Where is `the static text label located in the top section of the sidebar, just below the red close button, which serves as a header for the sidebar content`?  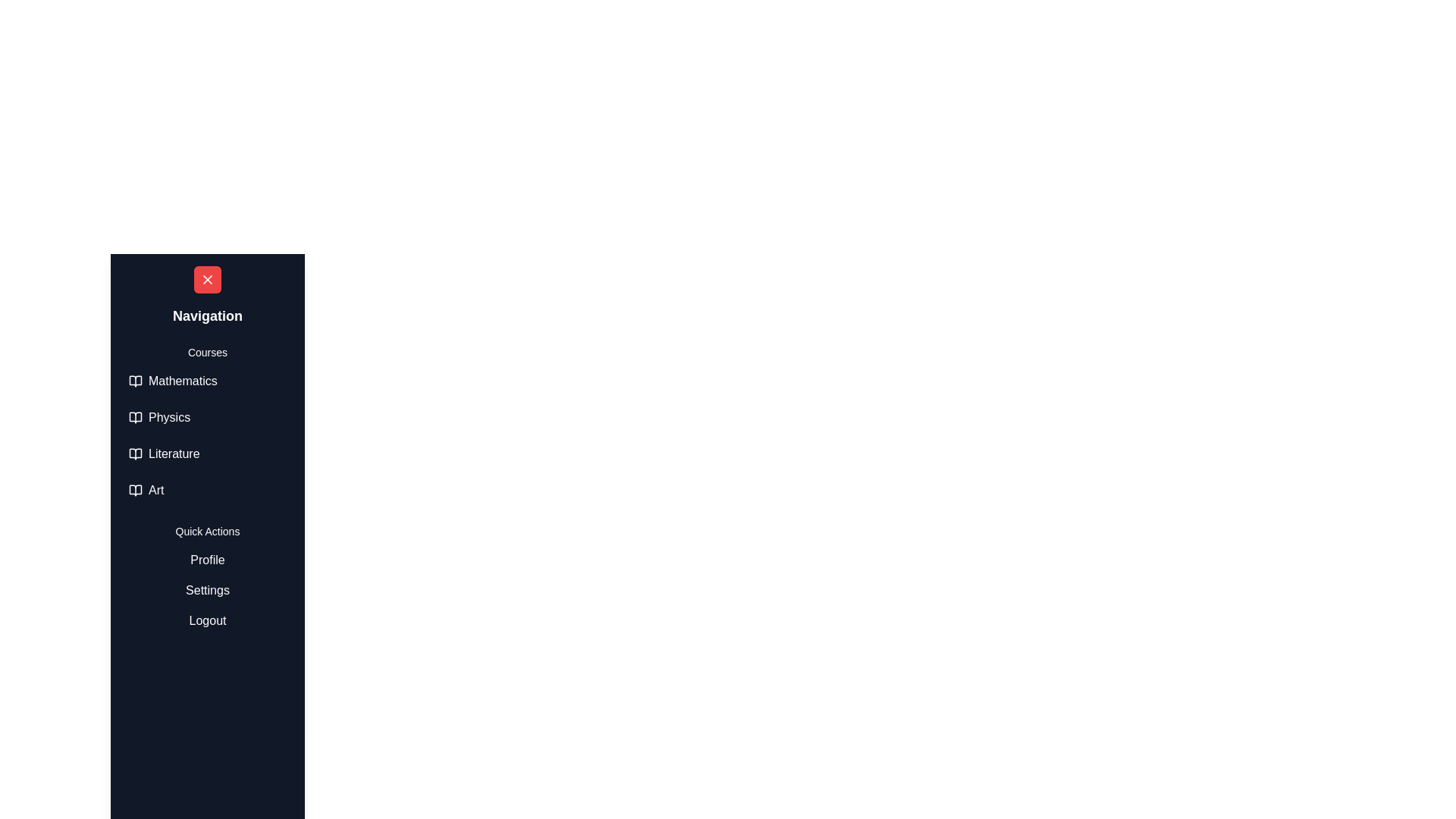
the static text label located in the top section of the sidebar, just below the red close button, which serves as a header for the sidebar content is located at coordinates (206, 315).